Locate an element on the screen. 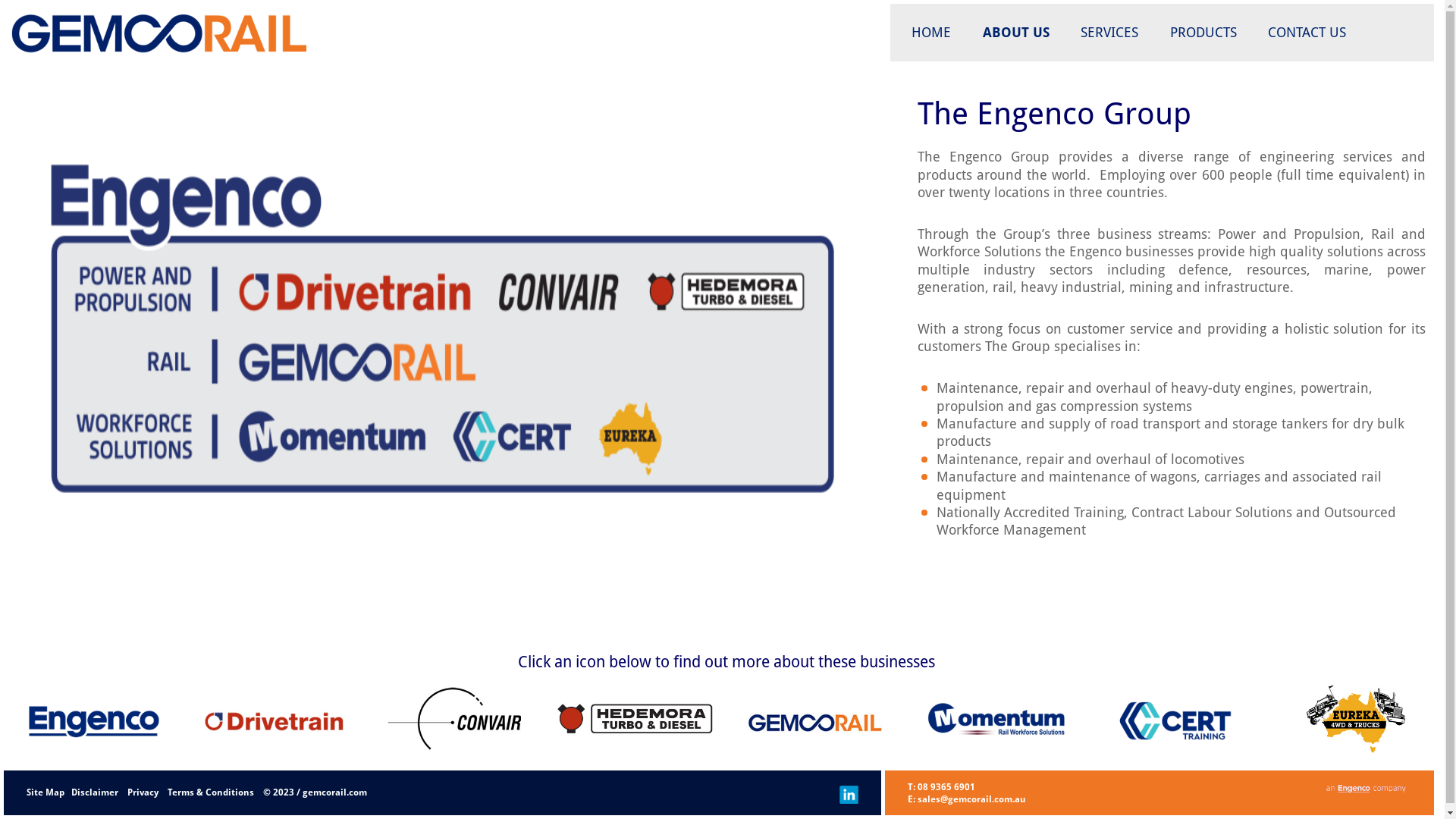 The image size is (1456, 819). 'ABOUT US' is located at coordinates (1015, 32).